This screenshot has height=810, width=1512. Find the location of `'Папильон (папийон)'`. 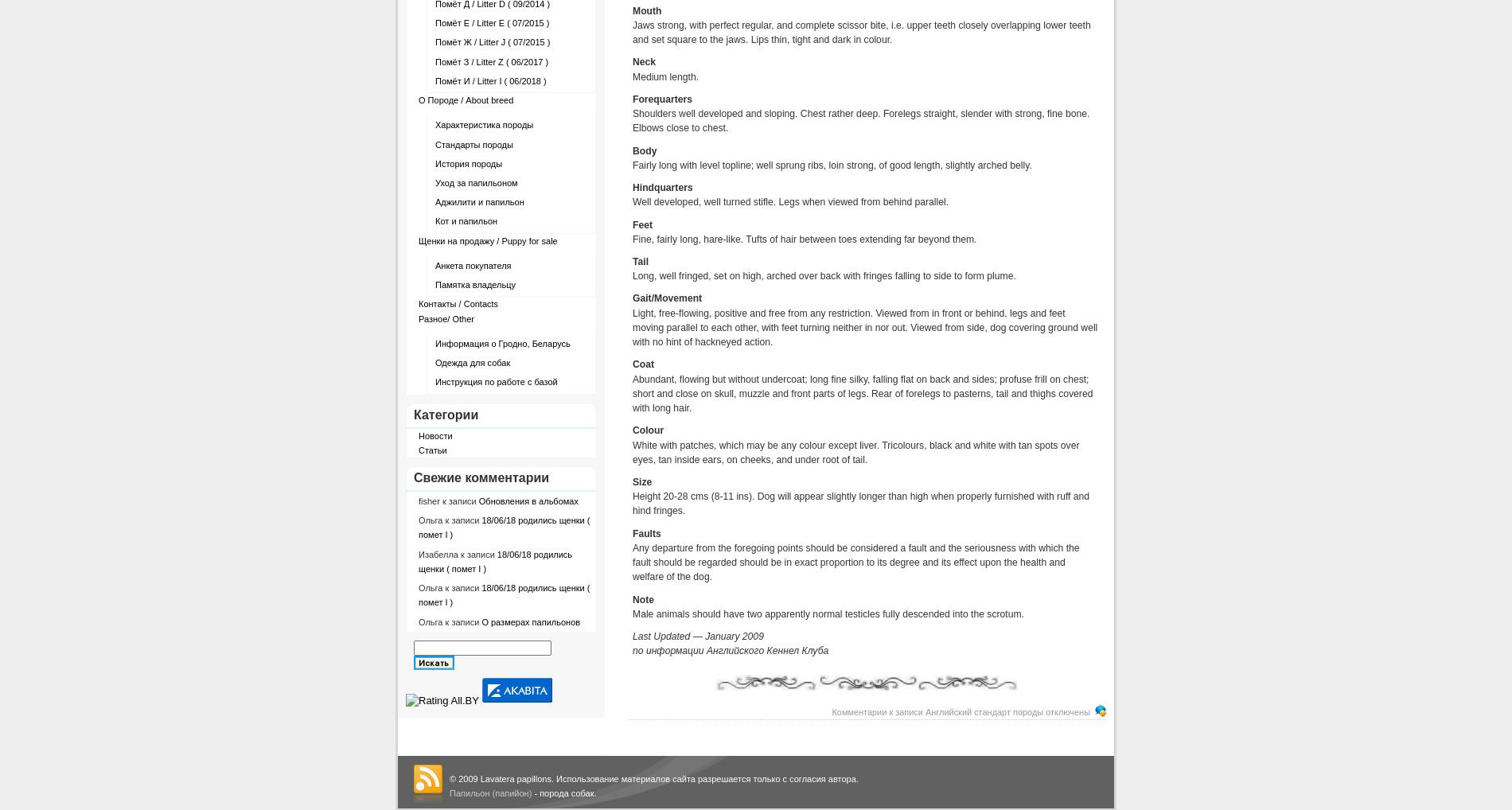

'Папильон (папийон)' is located at coordinates (450, 793).